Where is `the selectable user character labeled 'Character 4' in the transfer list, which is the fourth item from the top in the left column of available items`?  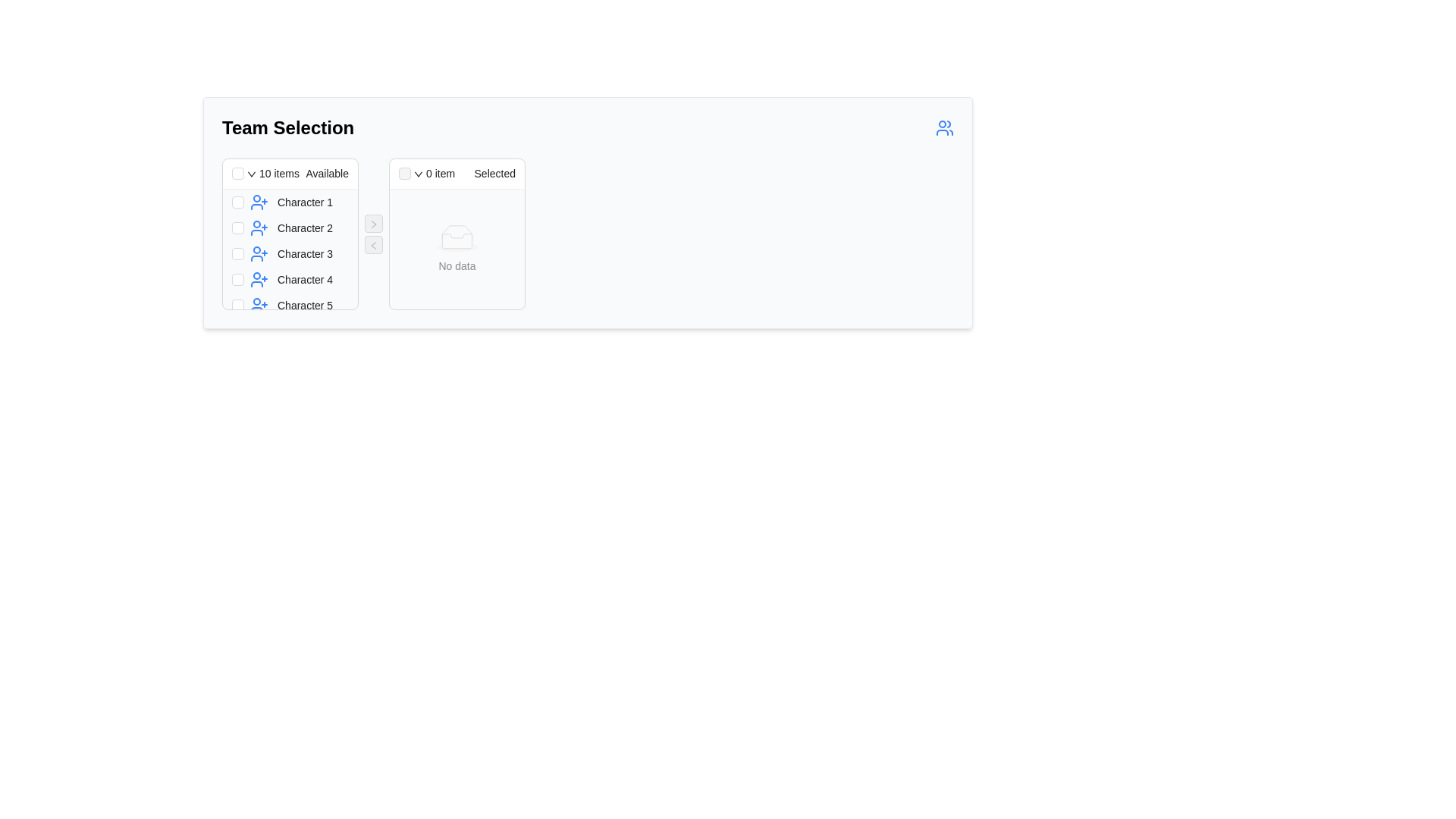
the selectable user character labeled 'Character 4' in the transfer list, which is the fourth item from the top in the left column of available items is located at coordinates (299, 280).